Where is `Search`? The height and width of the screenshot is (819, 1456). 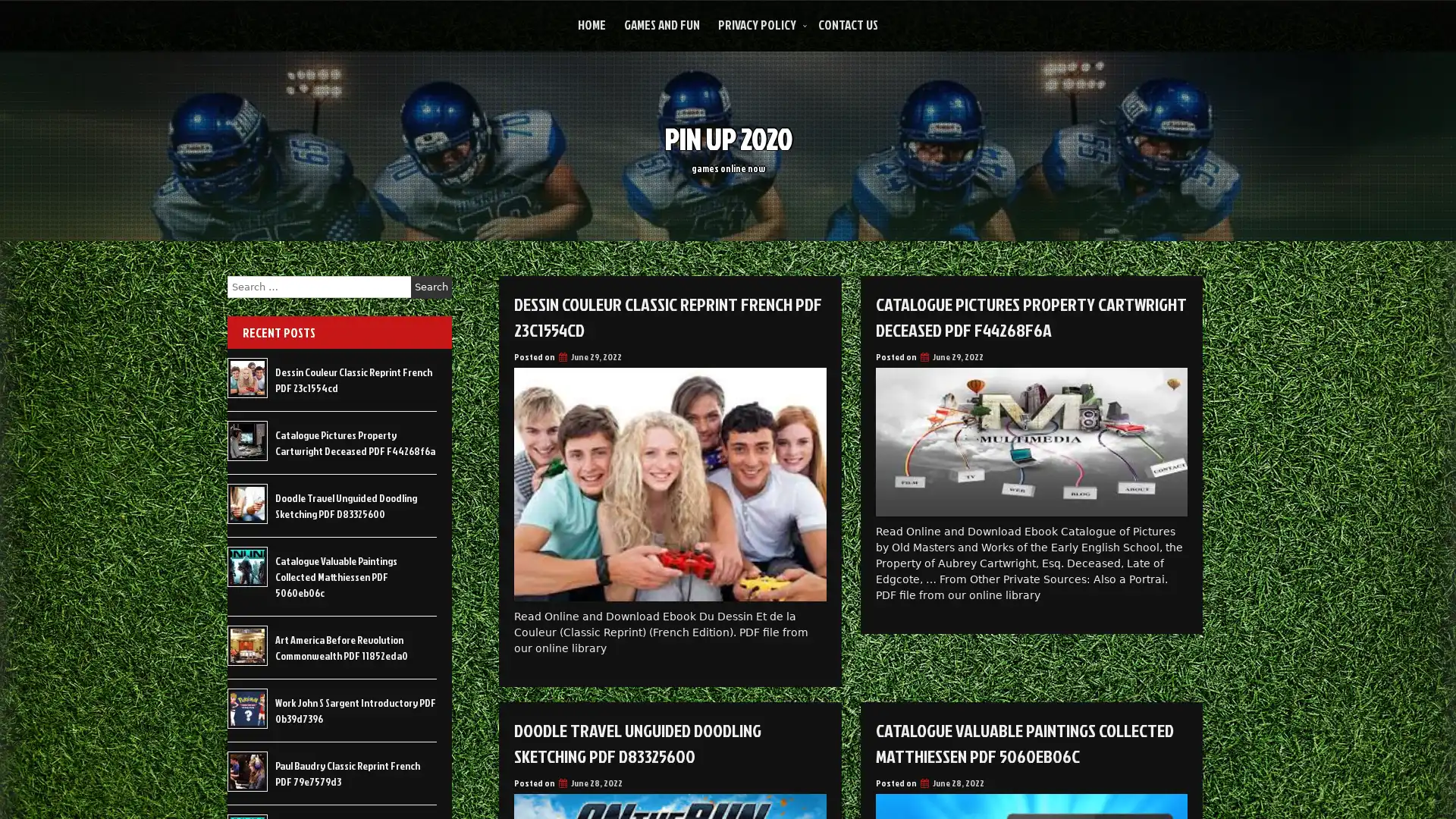 Search is located at coordinates (431, 287).